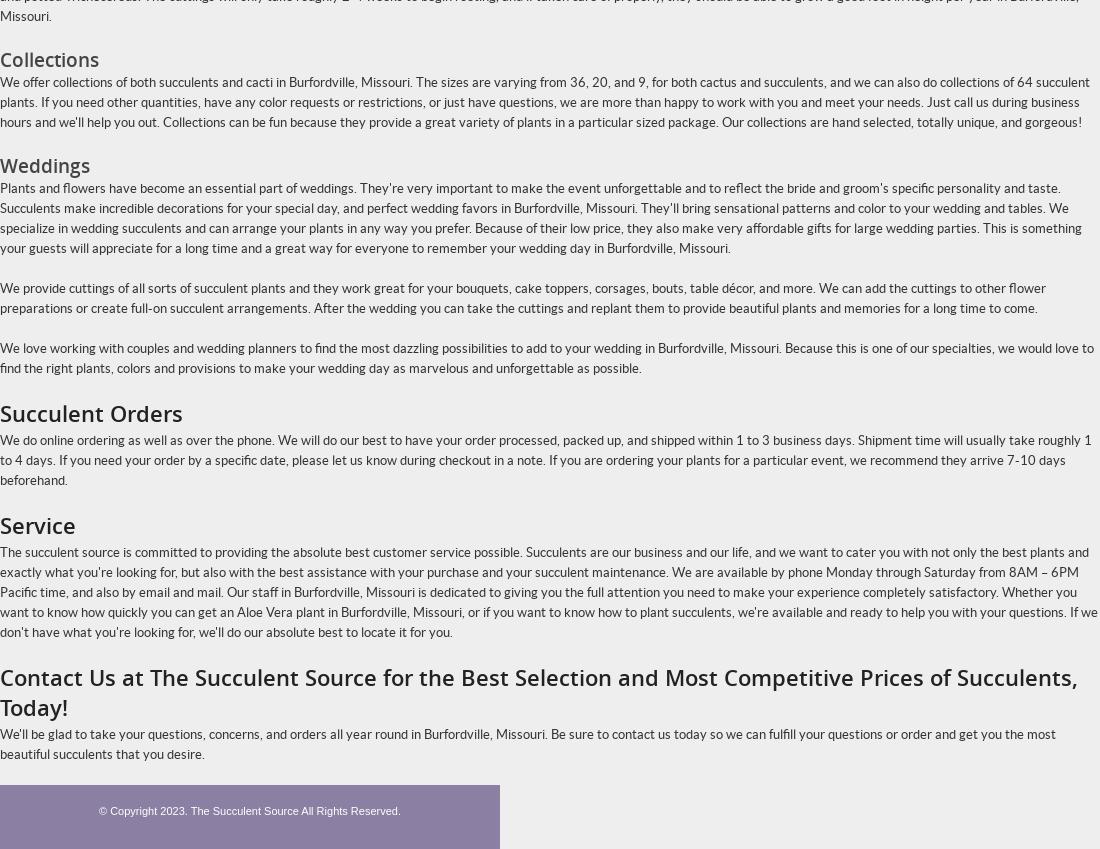 This screenshot has width=1100, height=849. Describe the element at coordinates (0, 60) in the screenshot. I see `'Collections'` at that location.